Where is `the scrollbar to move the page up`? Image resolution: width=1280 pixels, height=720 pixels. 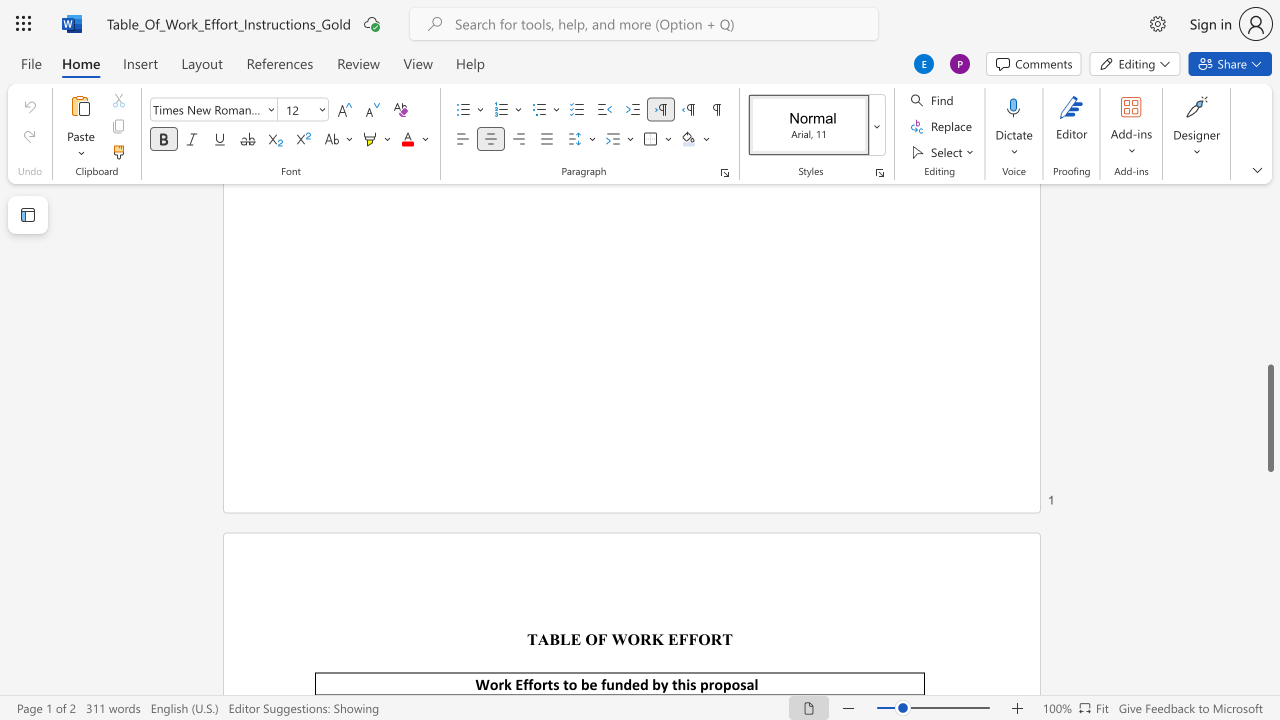
the scrollbar to move the page up is located at coordinates (1269, 280).